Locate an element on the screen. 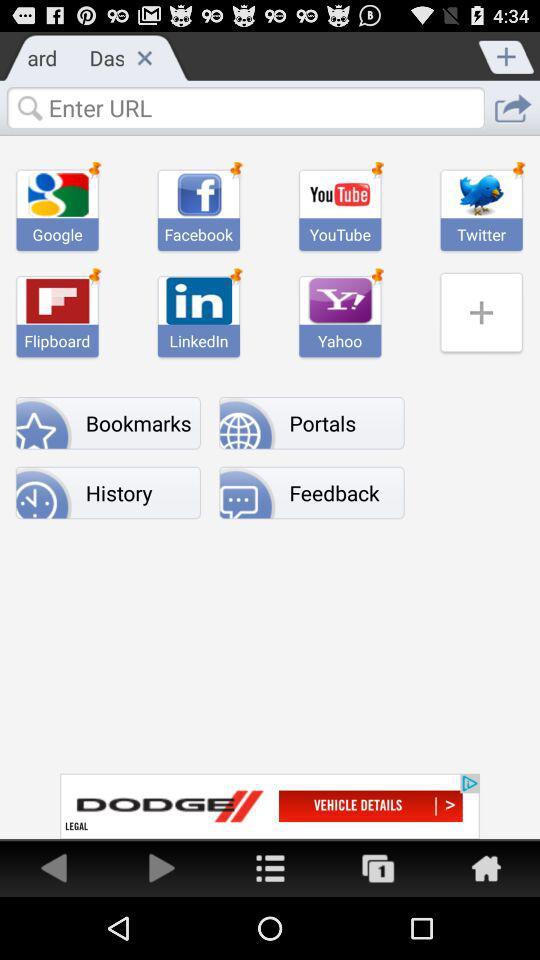  tab close is located at coordinates (143, 56).